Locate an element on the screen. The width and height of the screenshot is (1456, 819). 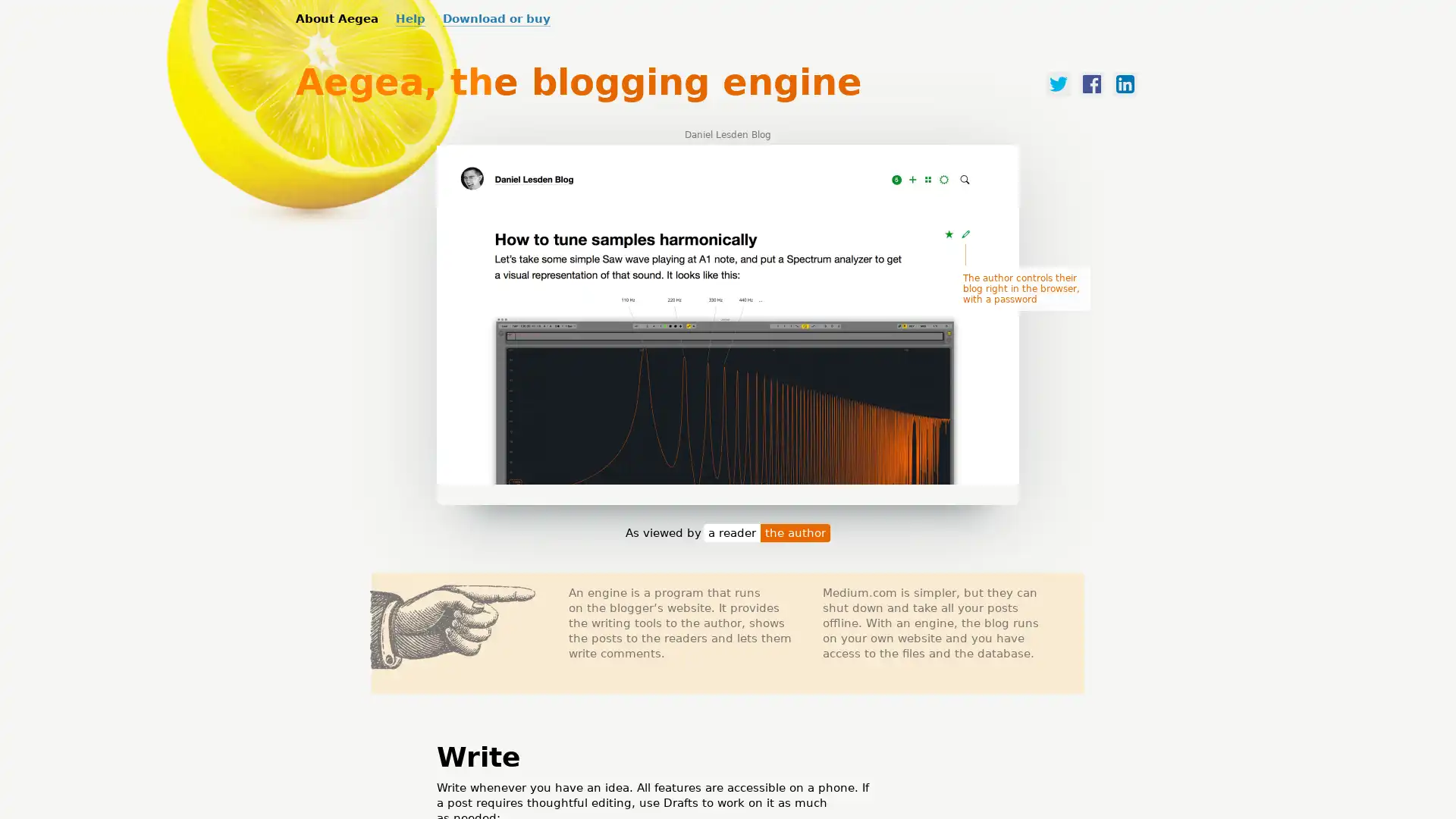
a reader is located at coordinates (732, 543).